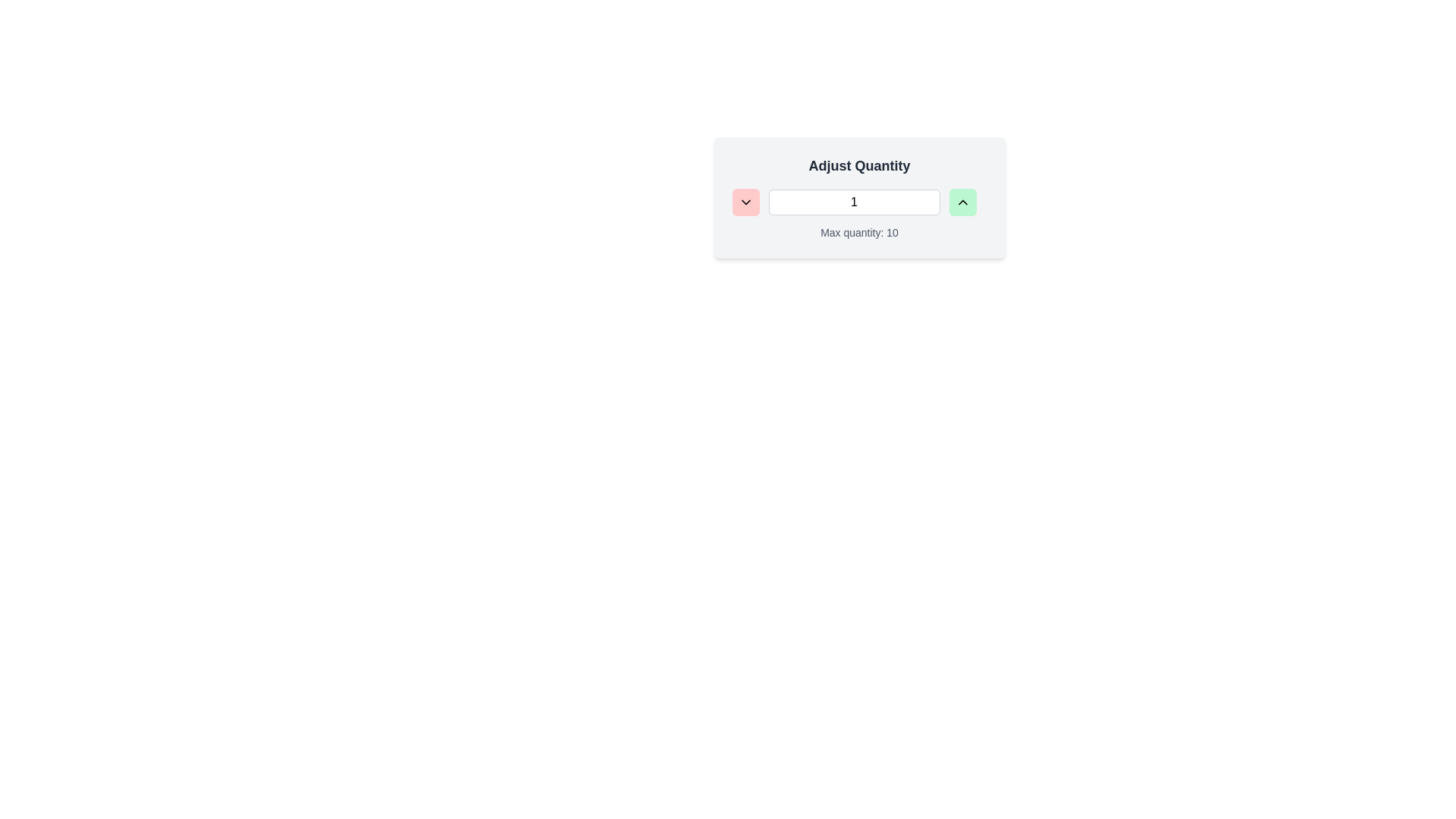 The height and width of the screenshot is (819, 1456). What do you see at coordinates (859, 166) in the screenshot?
I see `the static text displaying 'Adjust Quantity' in bold at the top of the card element` at bounding box center [859, 166].